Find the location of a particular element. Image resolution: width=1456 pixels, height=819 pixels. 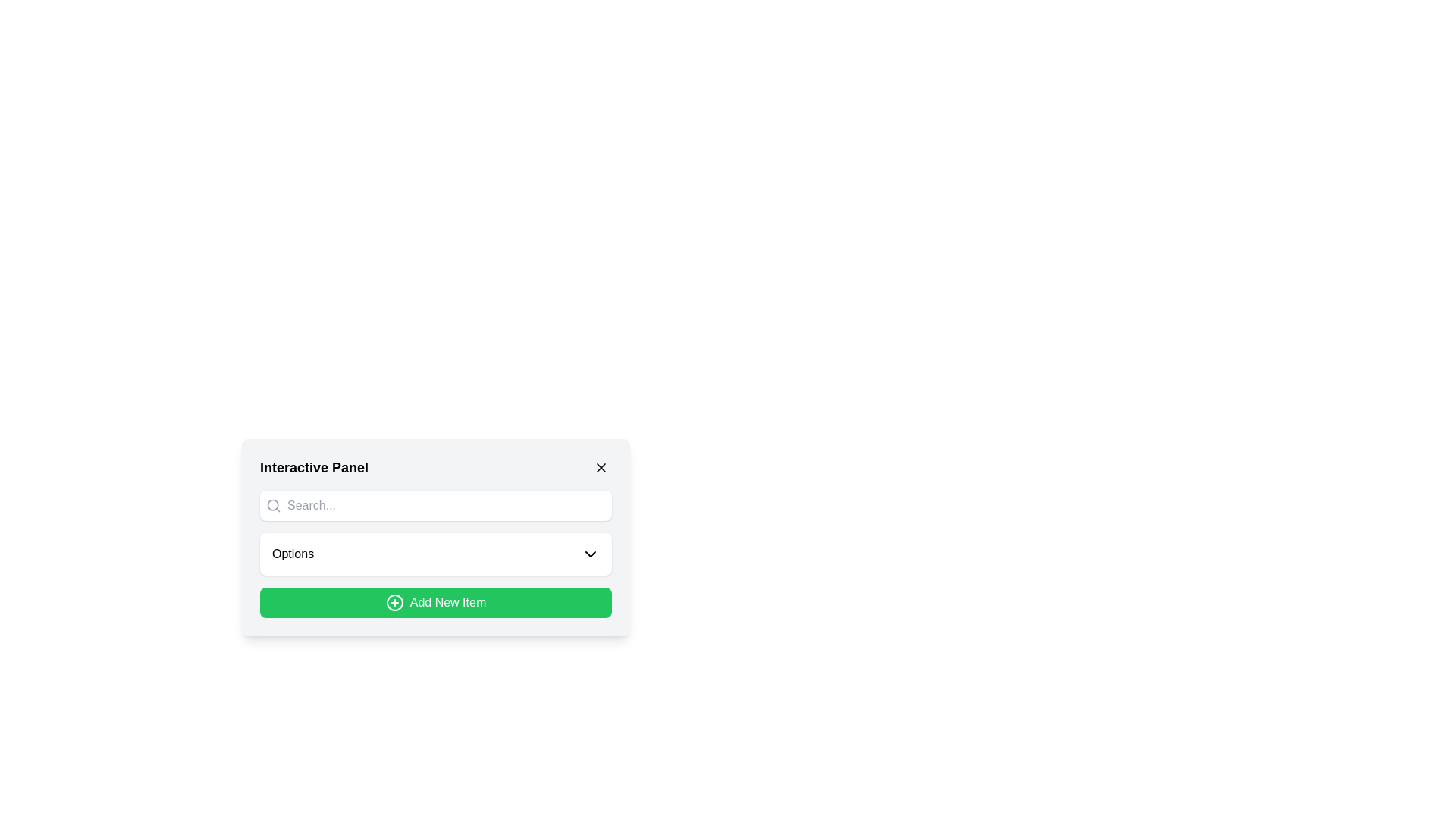

the small diagonal cross icon in the top-right corner of the Interactive Panel is located at coordinates (600, 467).